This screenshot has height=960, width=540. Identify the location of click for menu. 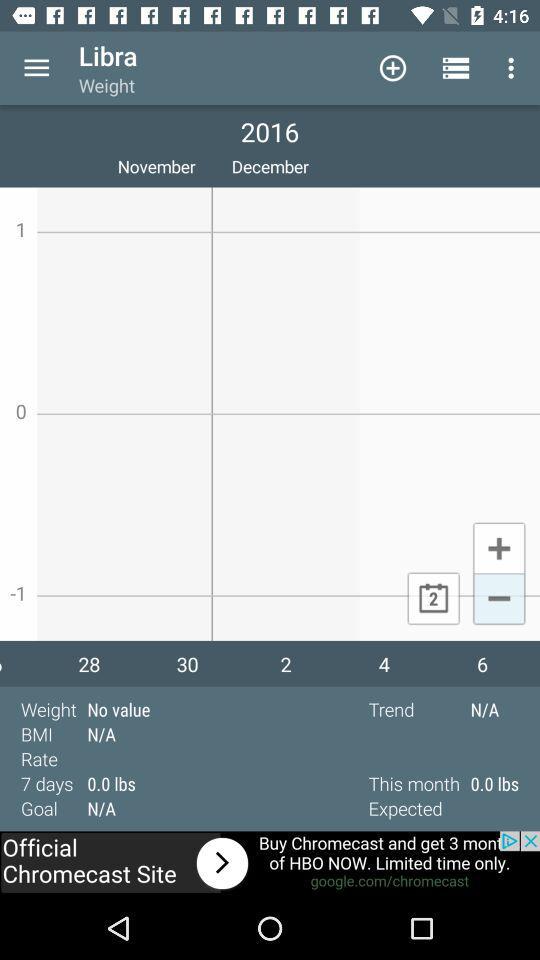
(36, 68).